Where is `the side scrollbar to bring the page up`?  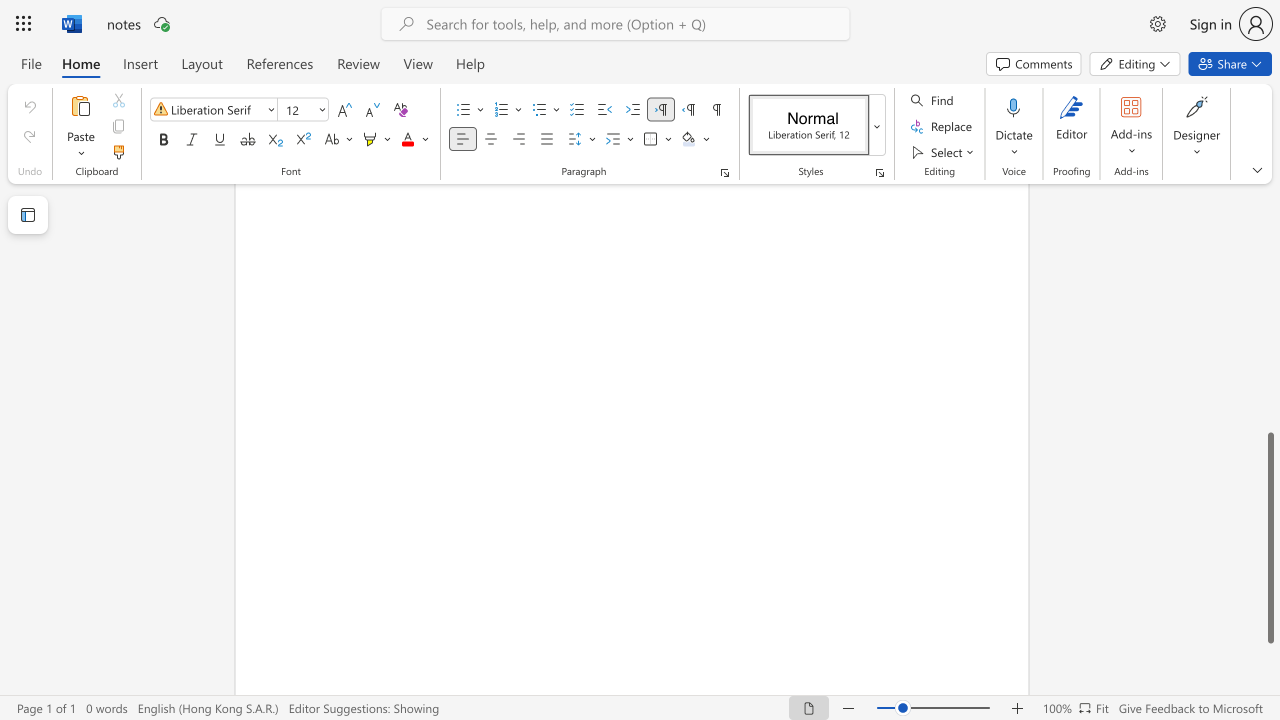 the side scrollbar to bring the page up is located at coordinates (1269, 310).